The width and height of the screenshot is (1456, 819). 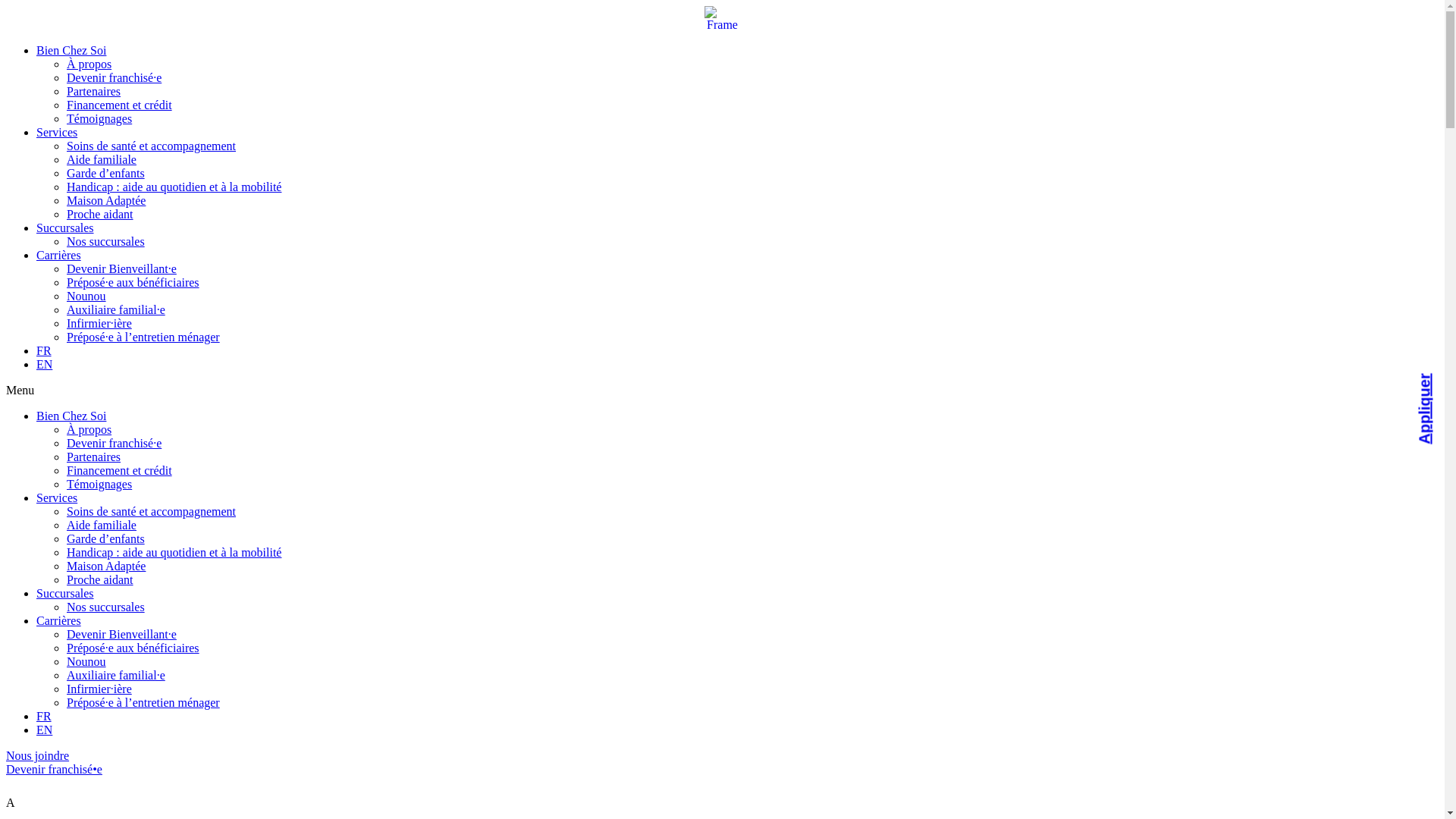 I want to click on 'FR', so click(x=43, y=350).